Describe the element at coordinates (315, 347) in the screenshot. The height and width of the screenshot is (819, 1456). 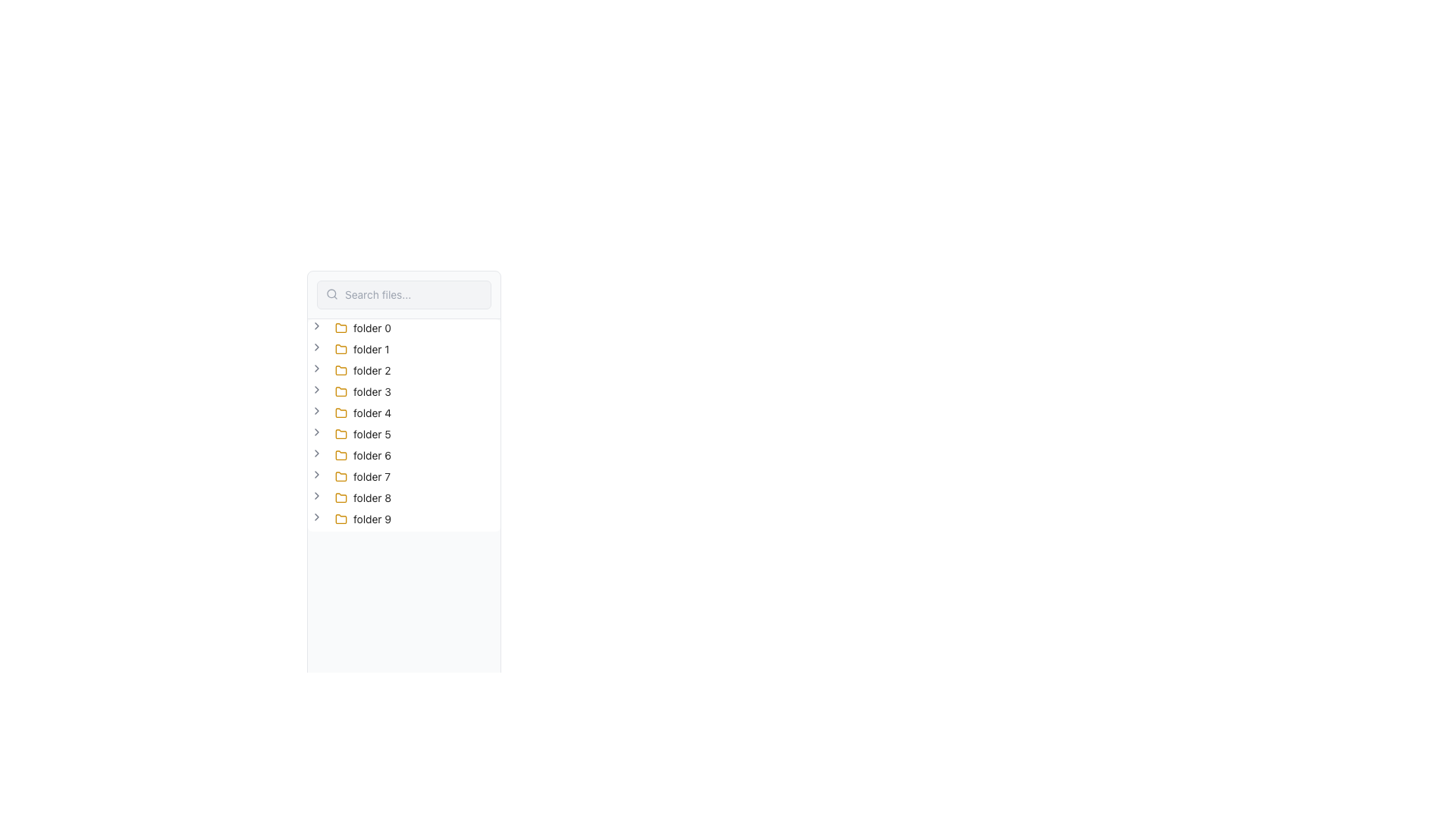
I see `the Chevron Arrow icon located to the left of the text label 'folder 1' in the second row of the collapsible tree structure to potentially trigger a tooltip or highlight the folder` at that location.